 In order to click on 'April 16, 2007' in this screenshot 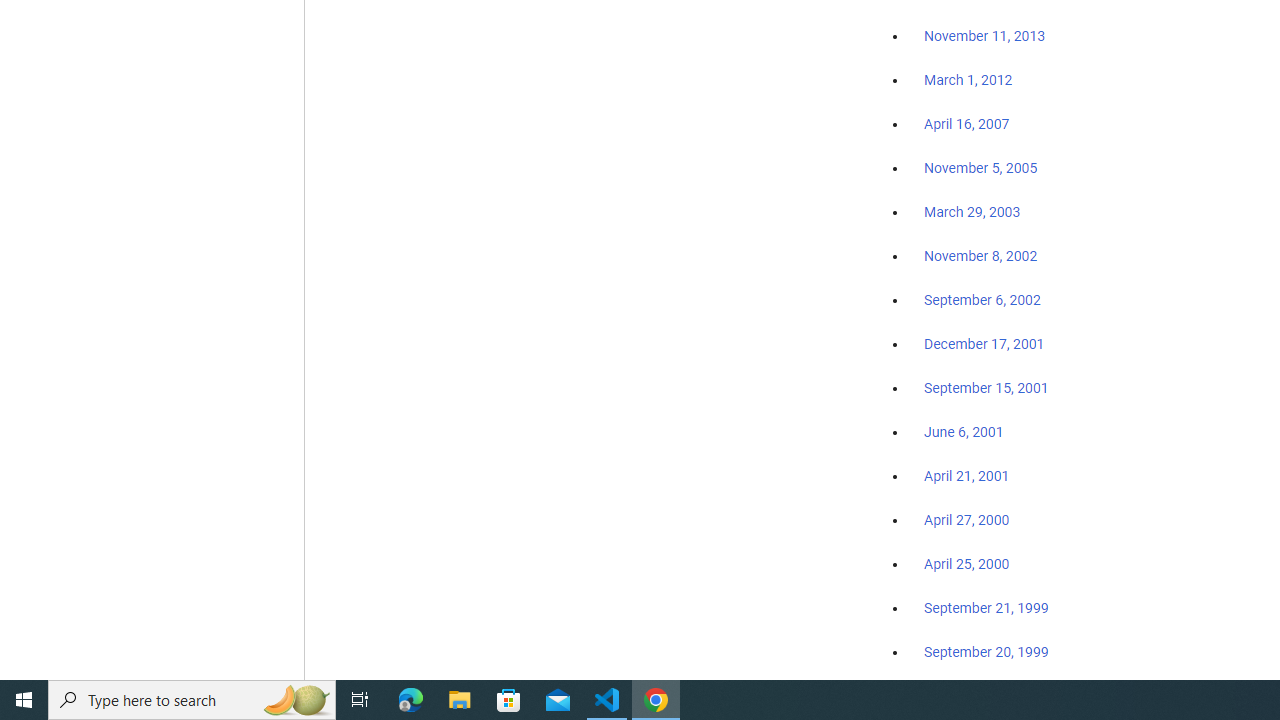, I will do `click(967, 124)`.